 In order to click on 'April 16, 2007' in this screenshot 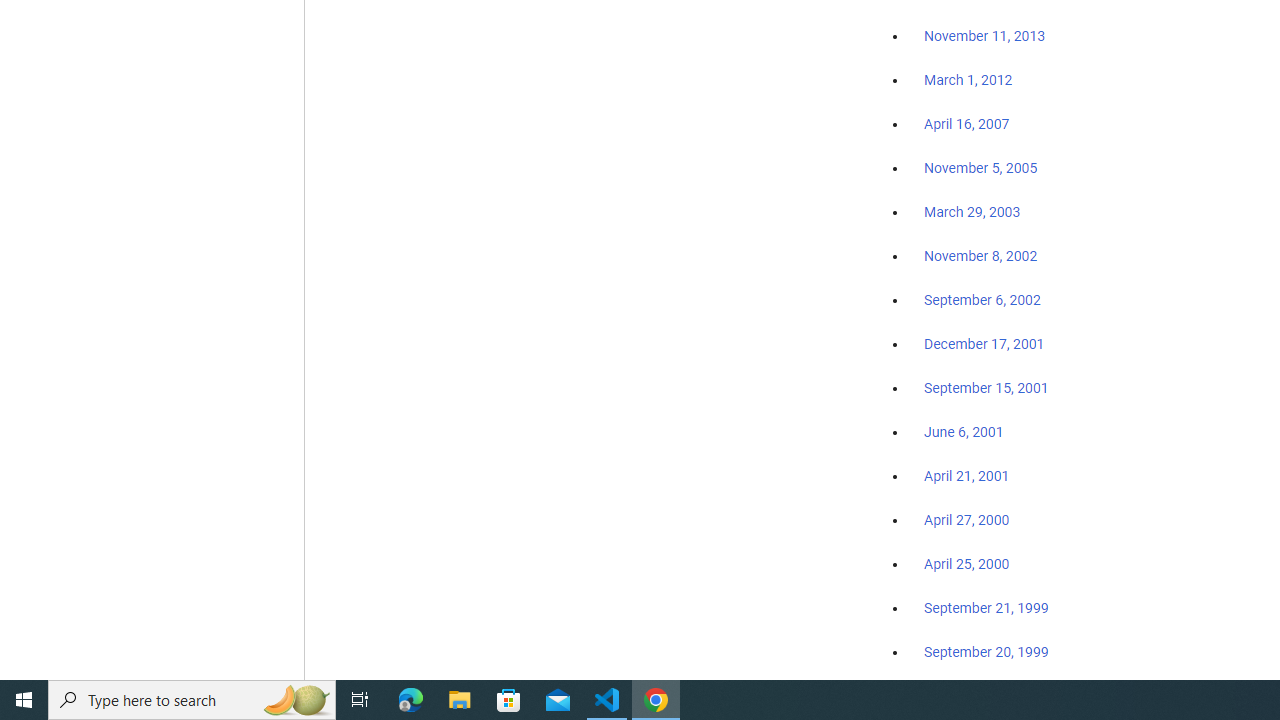, I will do `click(967, 124)`.